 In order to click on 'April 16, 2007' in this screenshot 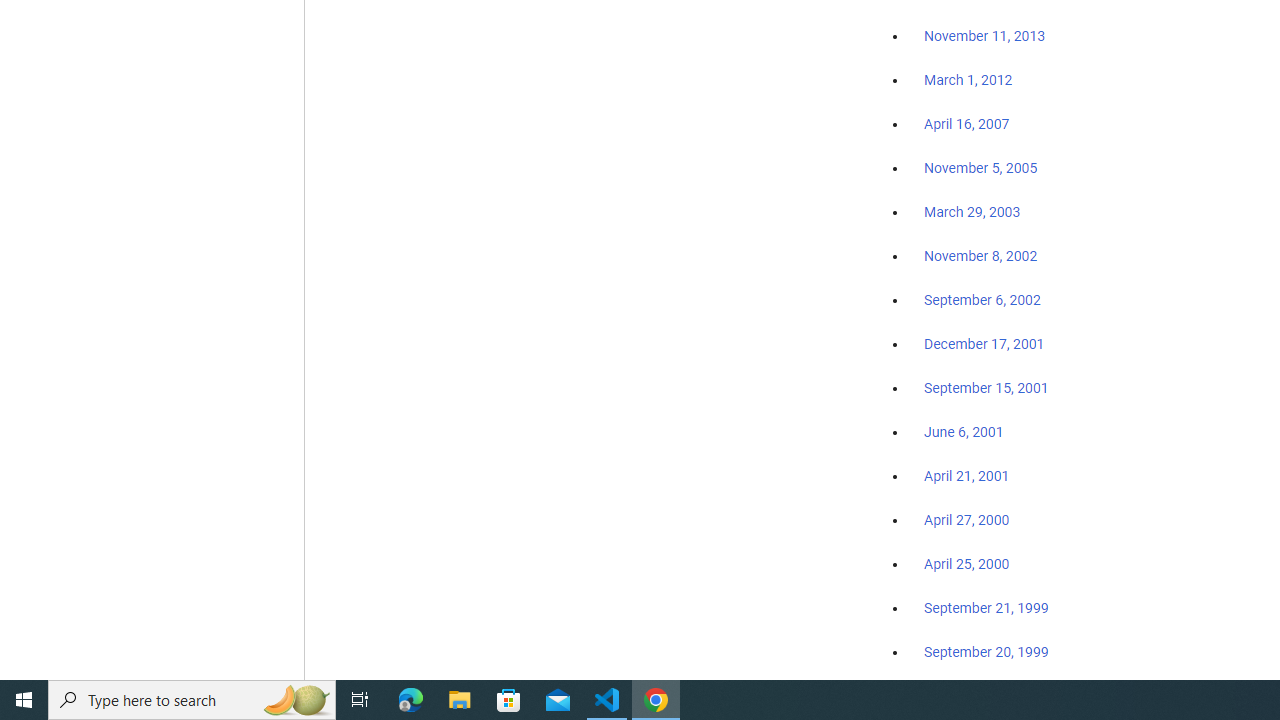, I will do `click(967, 124)`.